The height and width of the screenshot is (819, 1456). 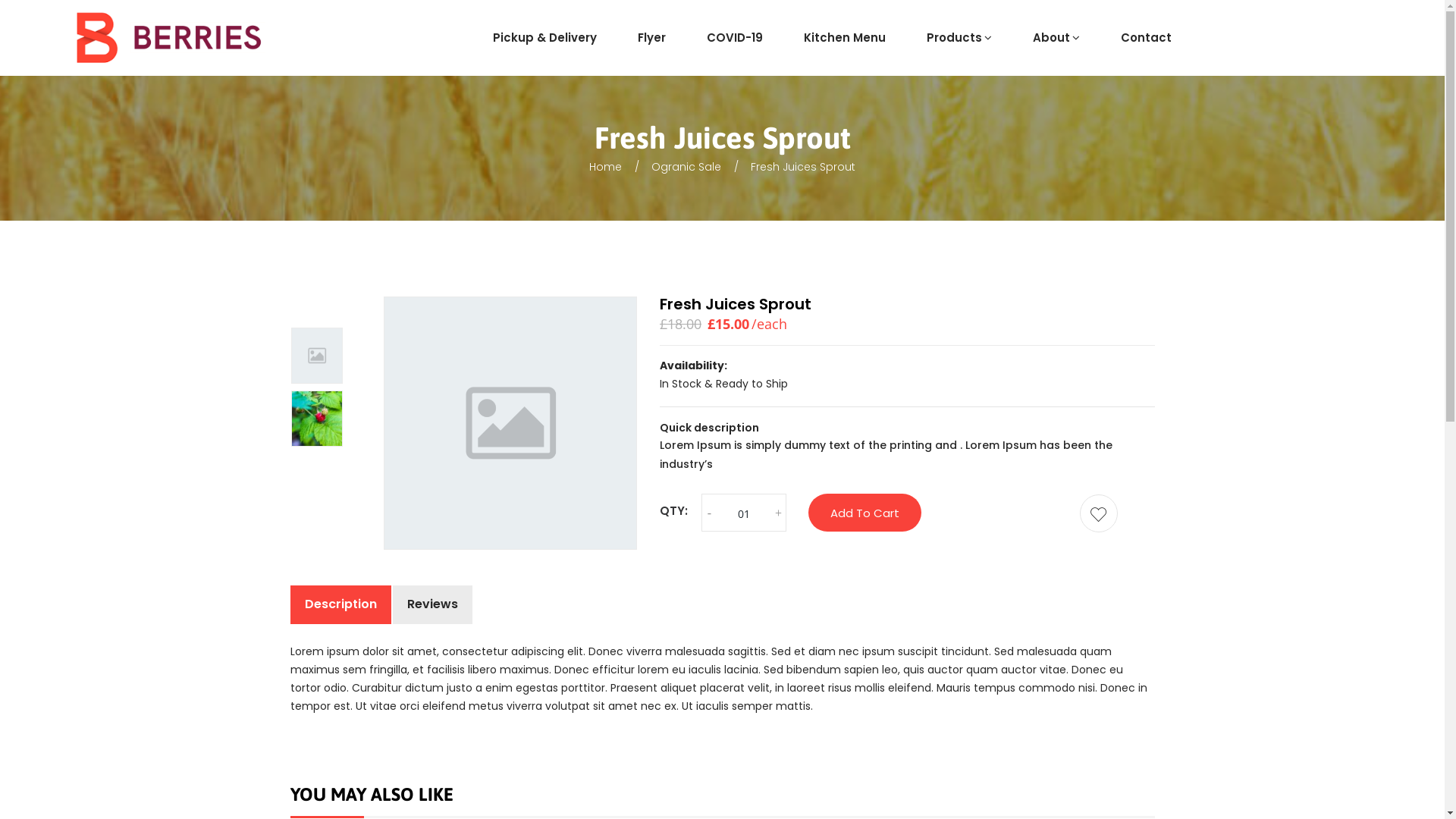 I want to click on 'Kitchen Menu', so click(x=843, y=37).